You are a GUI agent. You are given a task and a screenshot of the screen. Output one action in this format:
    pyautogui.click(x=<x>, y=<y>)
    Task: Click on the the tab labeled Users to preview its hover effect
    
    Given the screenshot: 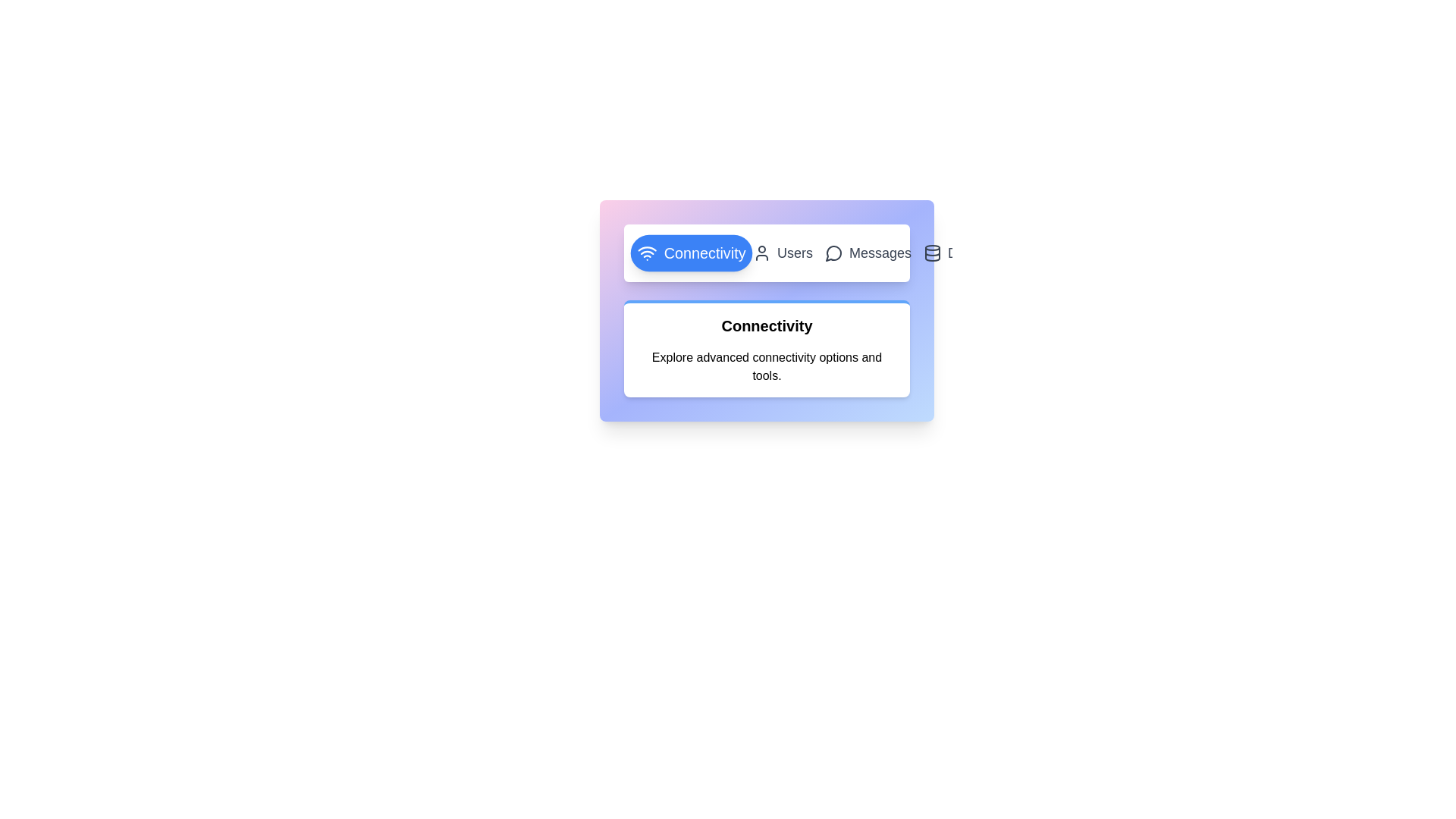 What is the action you would take?
    pyautogui.click(x=783, y=253)
    